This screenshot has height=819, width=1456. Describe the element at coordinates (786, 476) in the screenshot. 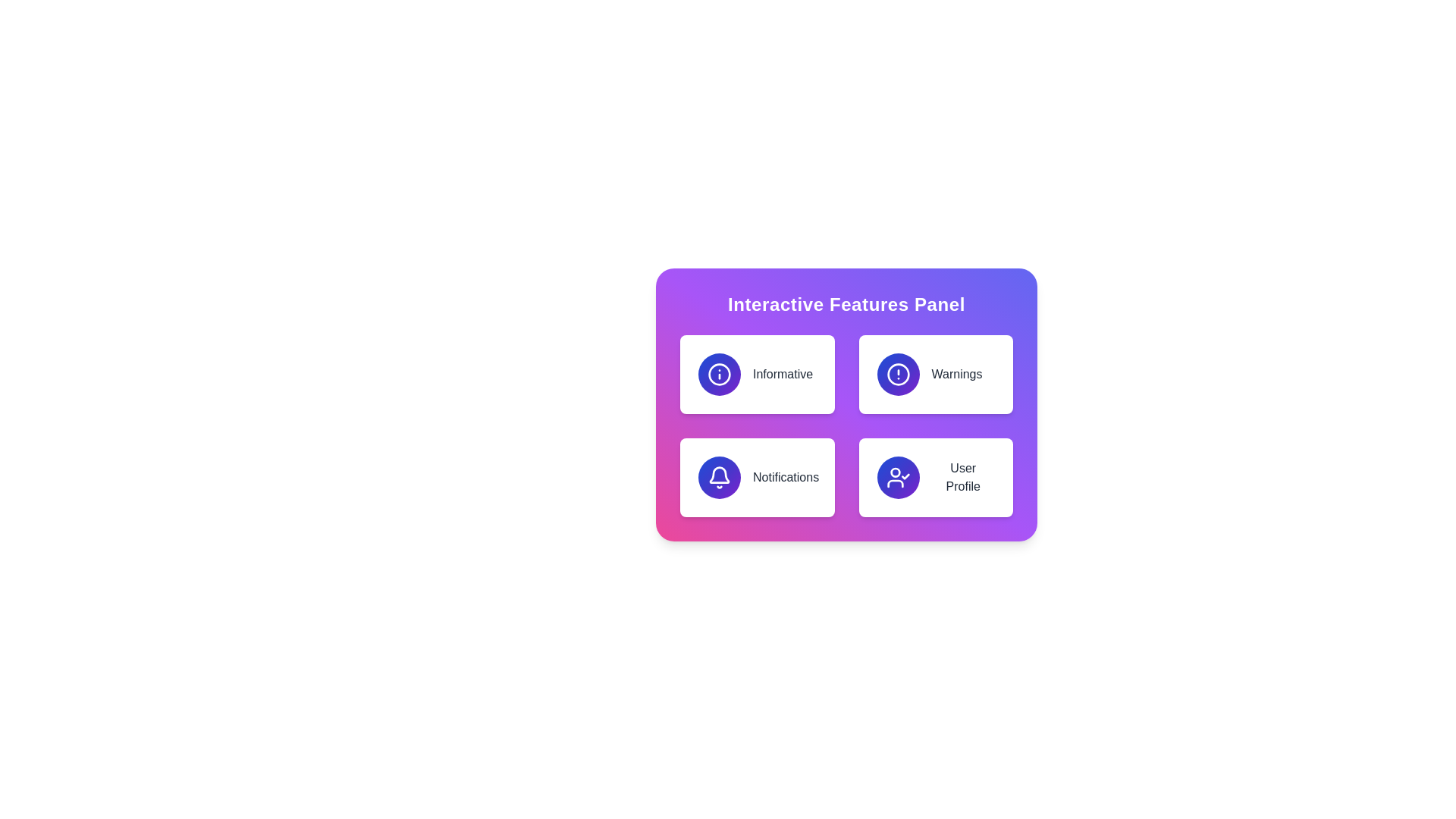

I see `the 'Notifications' text label, which is styled with a medium font weight and gray color, located at the bottom-left side of the 'Interactive Features Panel' beneath a bell-shaped icon` at that location.